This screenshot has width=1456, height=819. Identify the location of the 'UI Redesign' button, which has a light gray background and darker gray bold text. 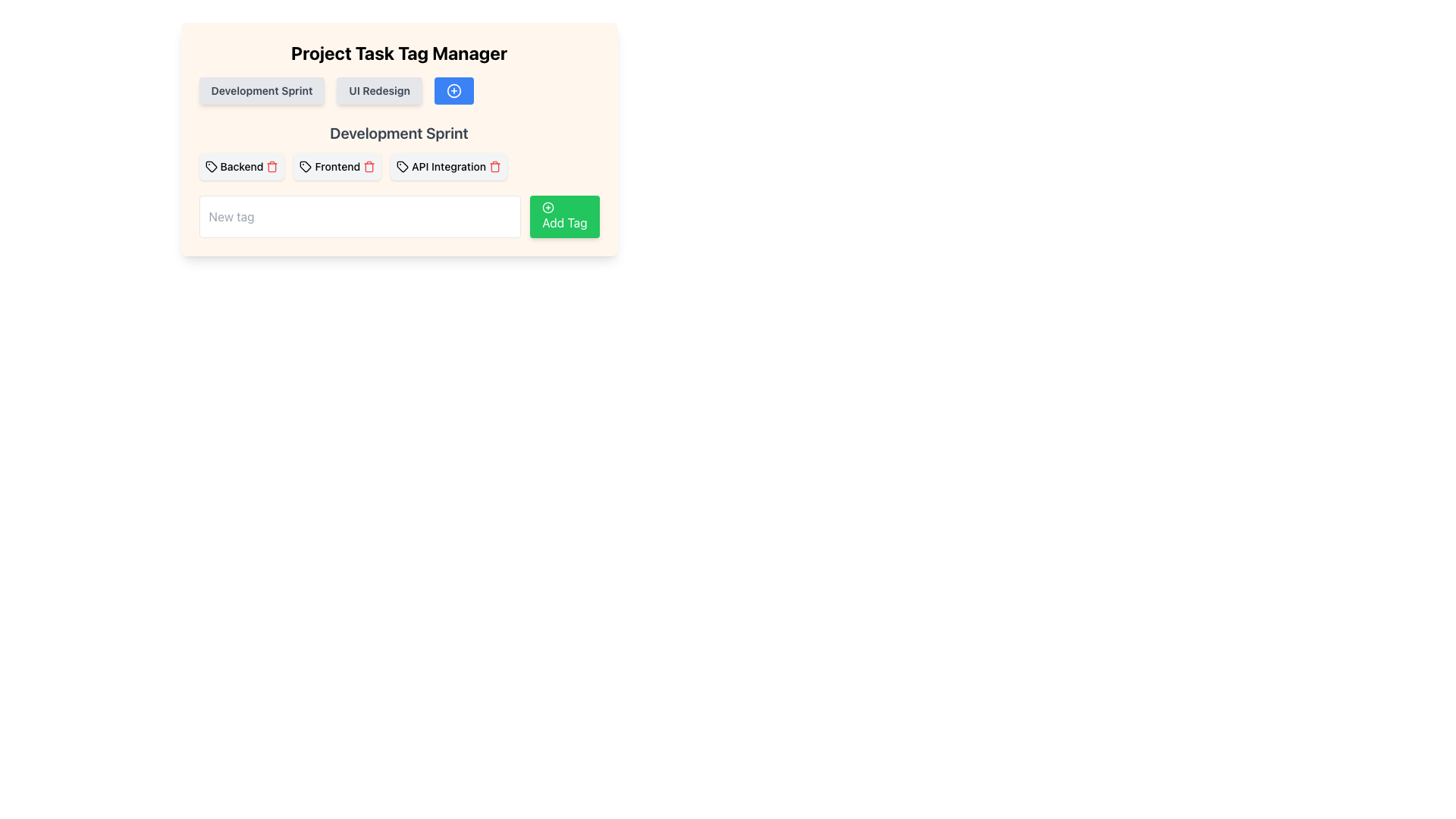
(379, 90).